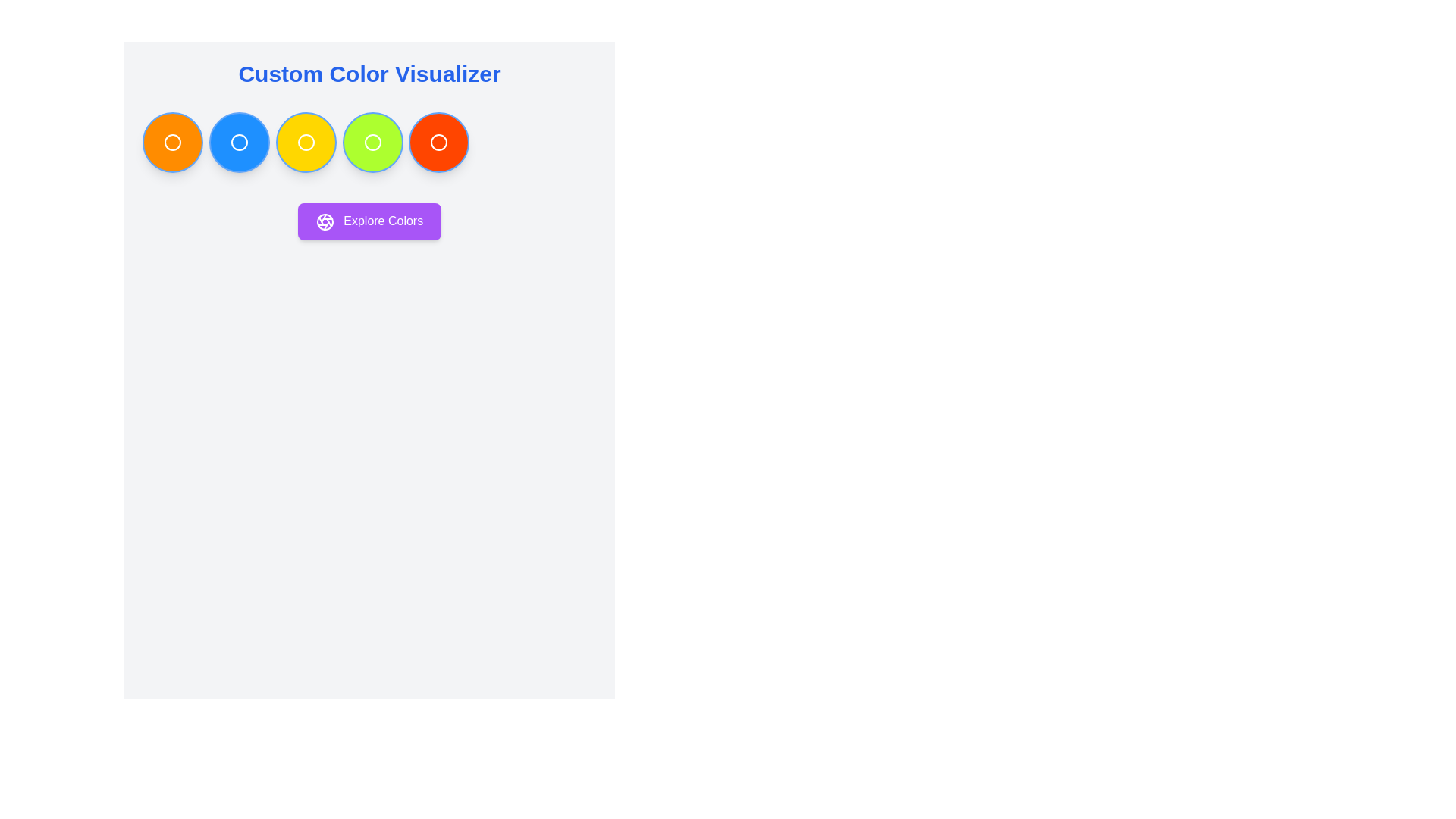 This screenshot has height=819, width=1456. I want to click on the icon located at the center of the third circular button in a row of five buttons below the header text 'Custom Color Visualizer', so click(305, 143).